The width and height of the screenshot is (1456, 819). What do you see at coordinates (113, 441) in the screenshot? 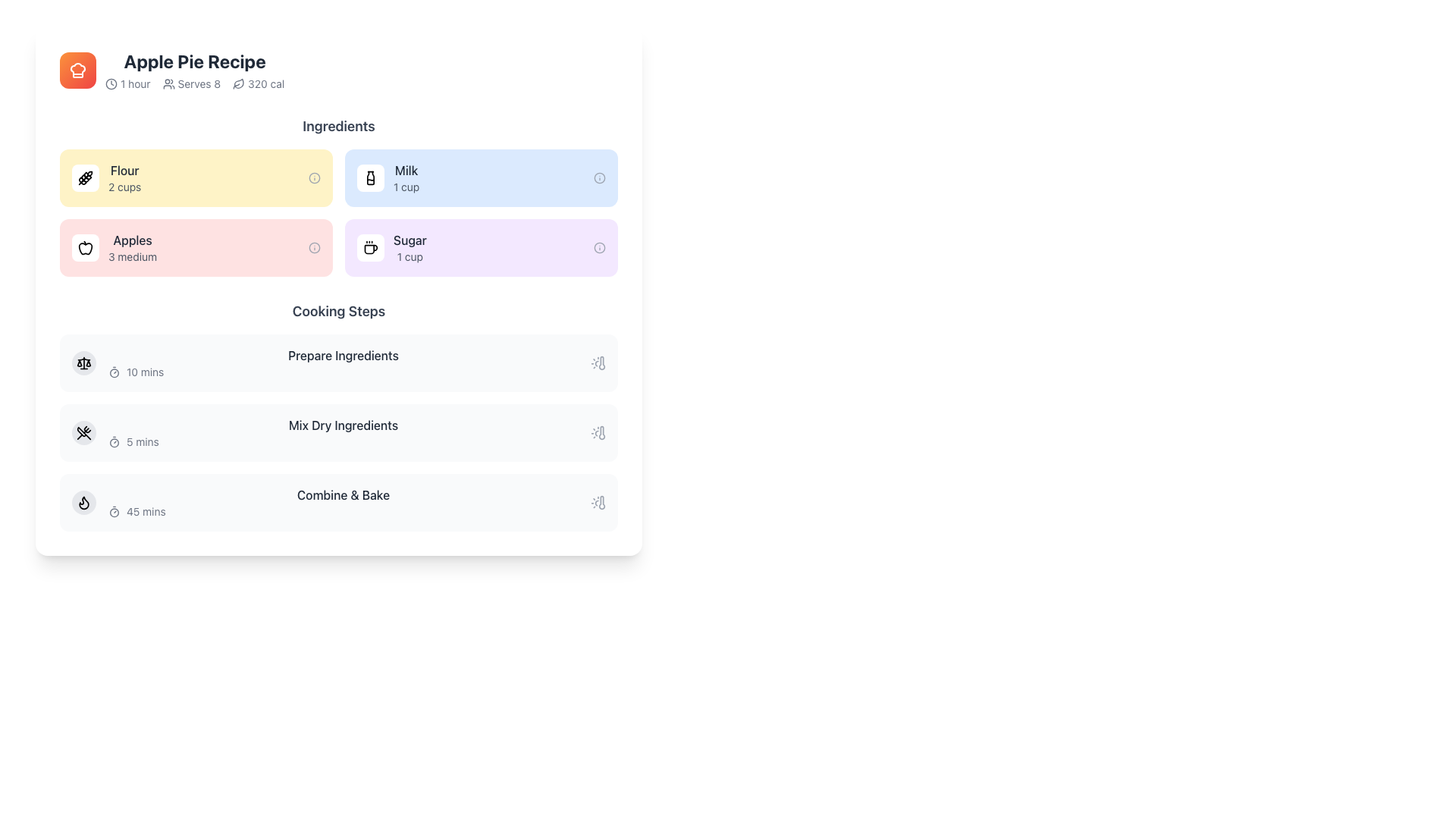
I see `the Timer Icon, which is a small circular icon resembling a timer or stopwatch, located to the left of the text '5 mins' in the 'Cooking Steps' section under the step 'Mix Dry Ingredients'` at bounding box center [113, 441].